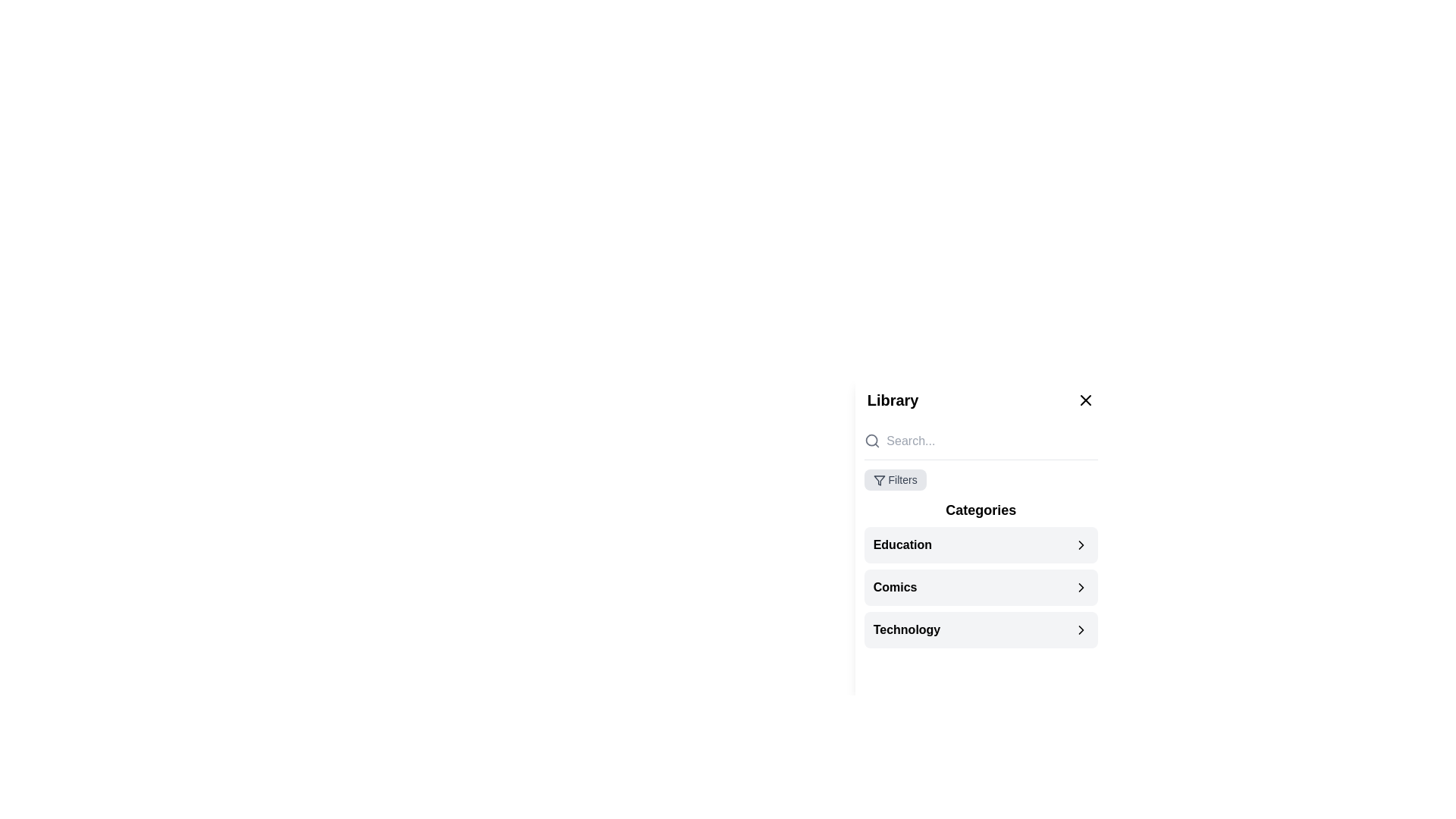  Describe the element at coordinates (1080, 587) in the screenshot. I see `the right-pointing chevron icon located at the far right side of the 'Comics' category row` at that location.